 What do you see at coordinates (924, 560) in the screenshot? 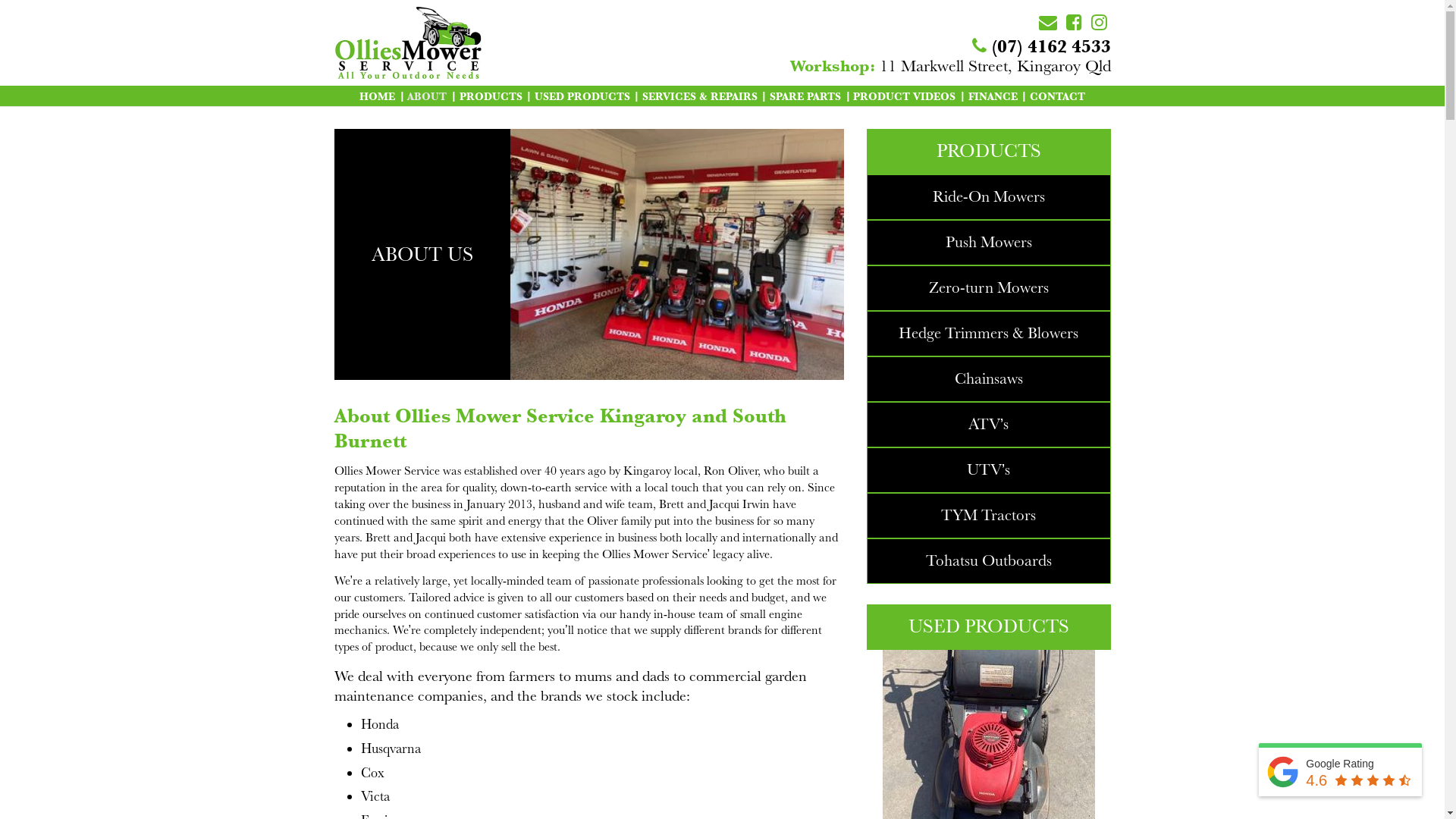
I see `'Tohatsu Outboards'` at bounding box center [924, 560].